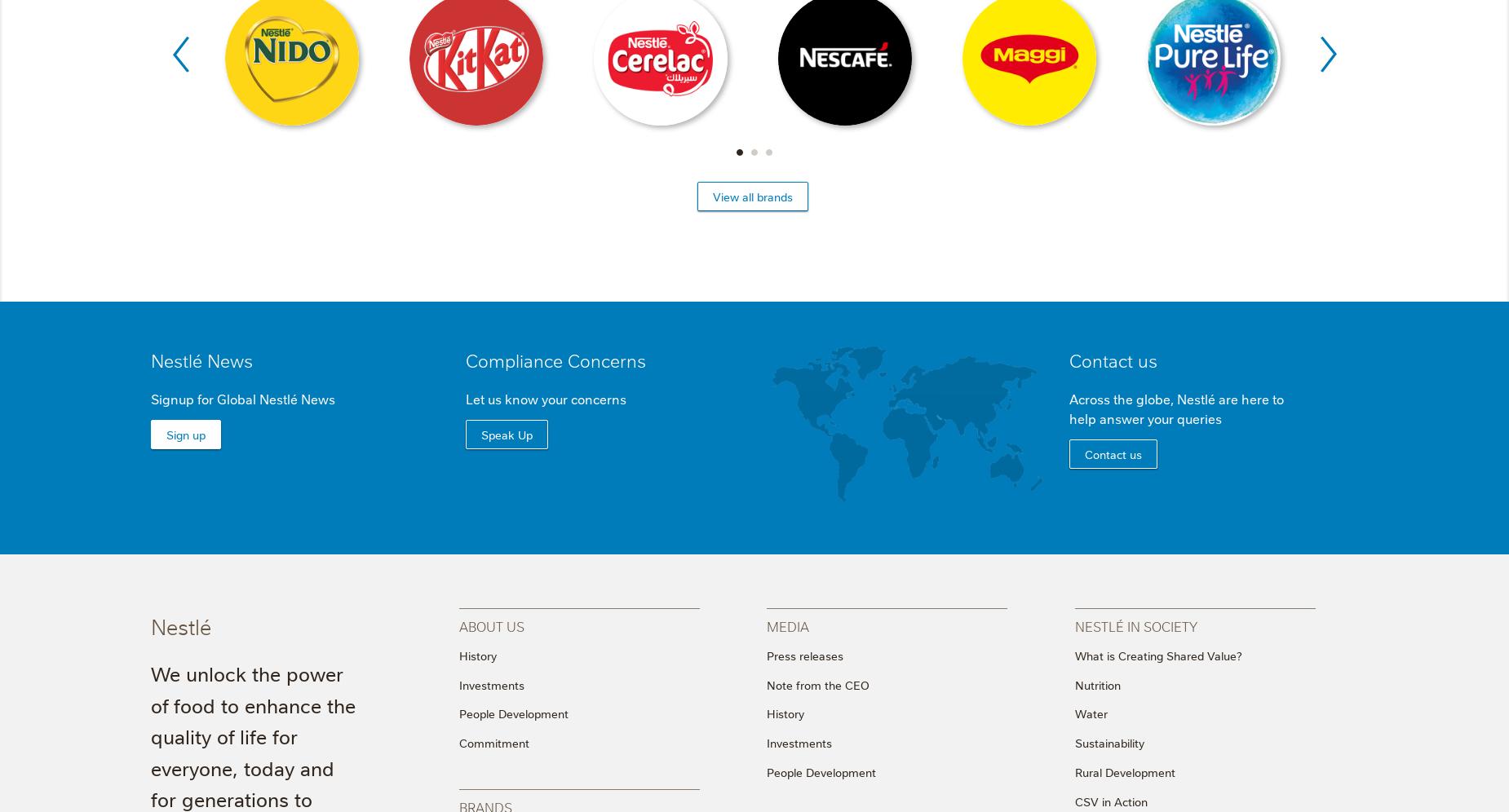 This screenshot has height=812, width=1509. I want to click on 'Nestlé News', so click(201, 359).